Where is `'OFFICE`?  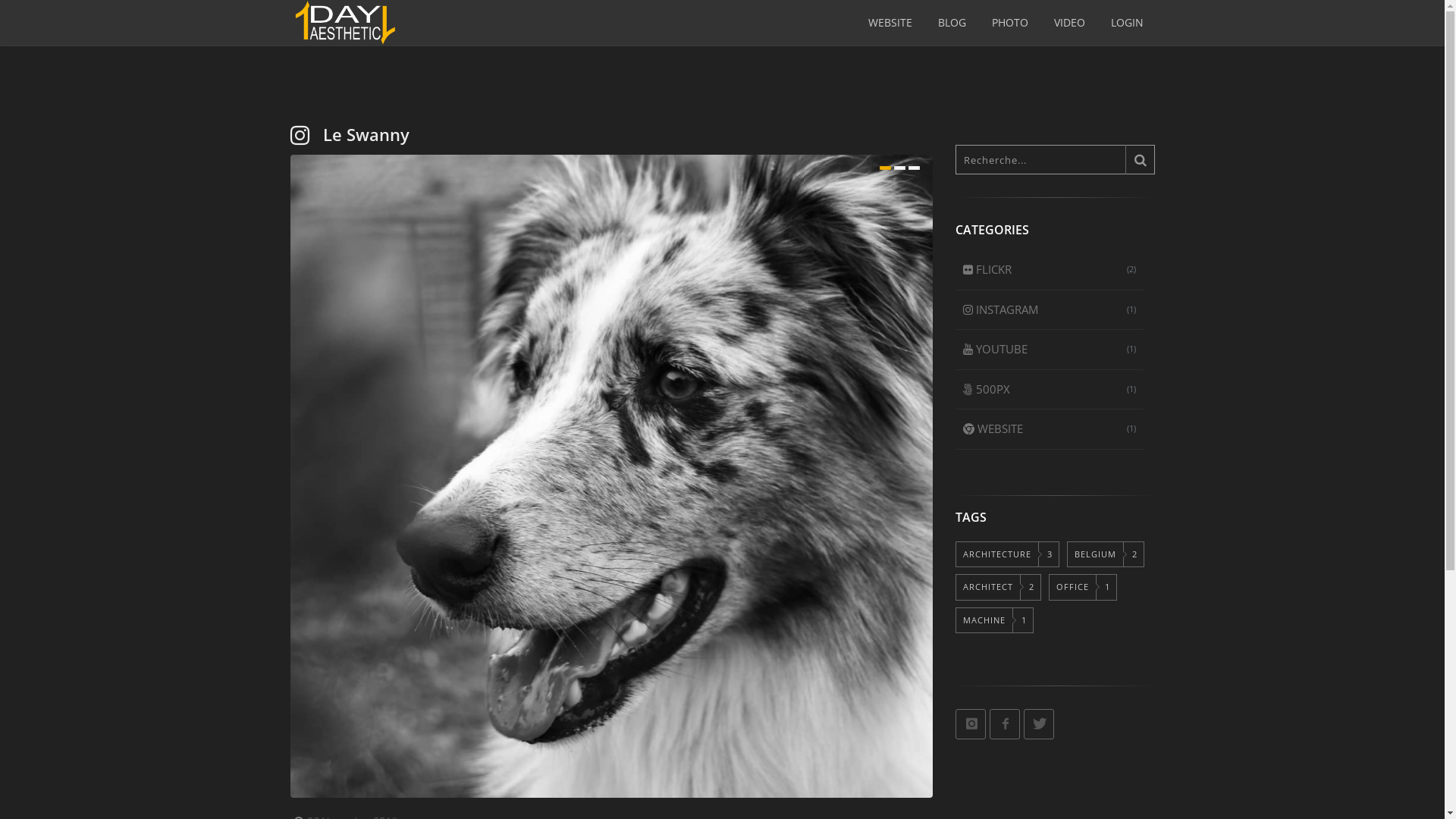
'OFFICE is located at coordinates (1082, 586).